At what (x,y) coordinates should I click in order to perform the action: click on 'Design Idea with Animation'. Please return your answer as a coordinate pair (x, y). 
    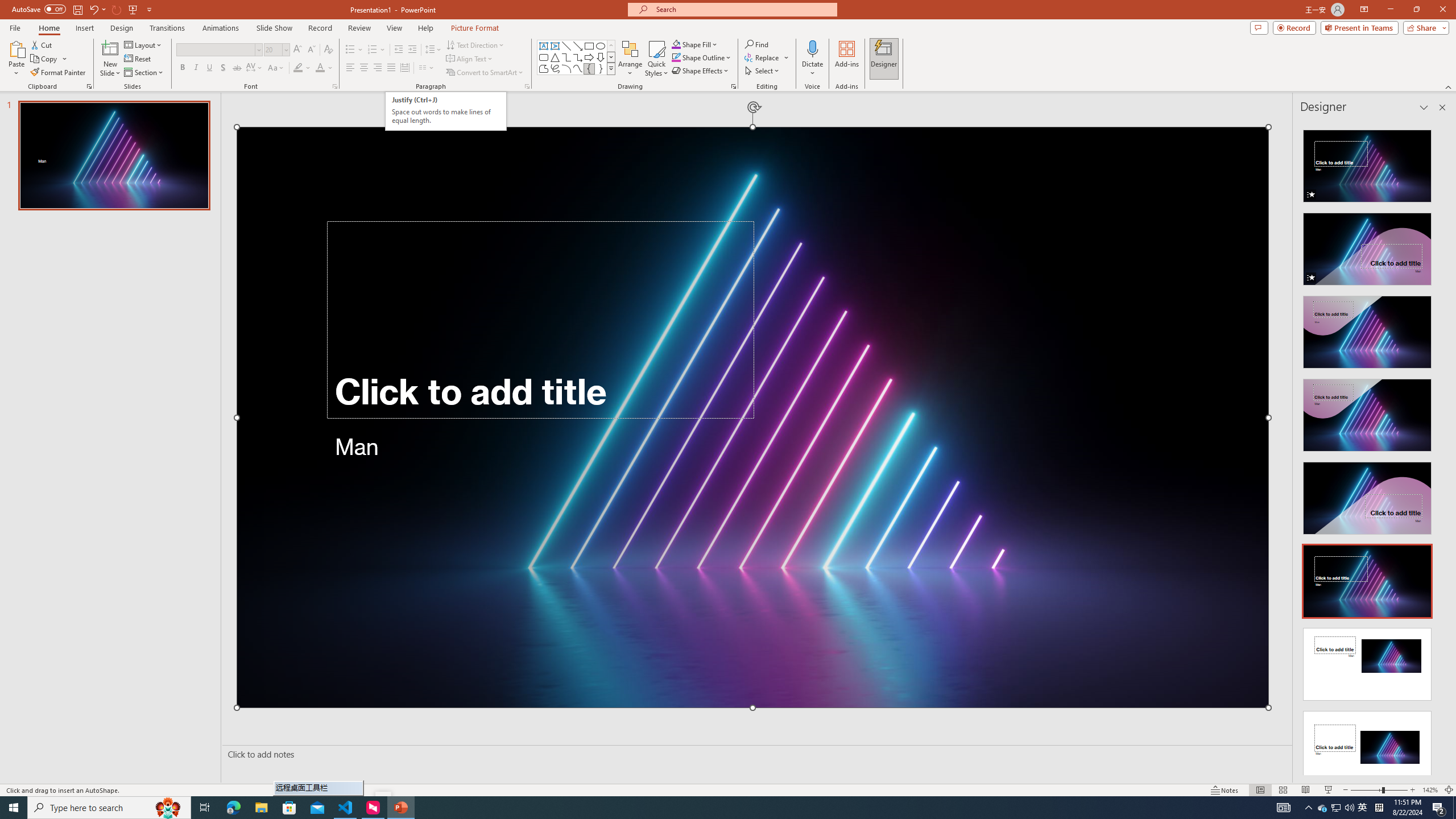
    Looking at the image, I should click on (1366, 246).